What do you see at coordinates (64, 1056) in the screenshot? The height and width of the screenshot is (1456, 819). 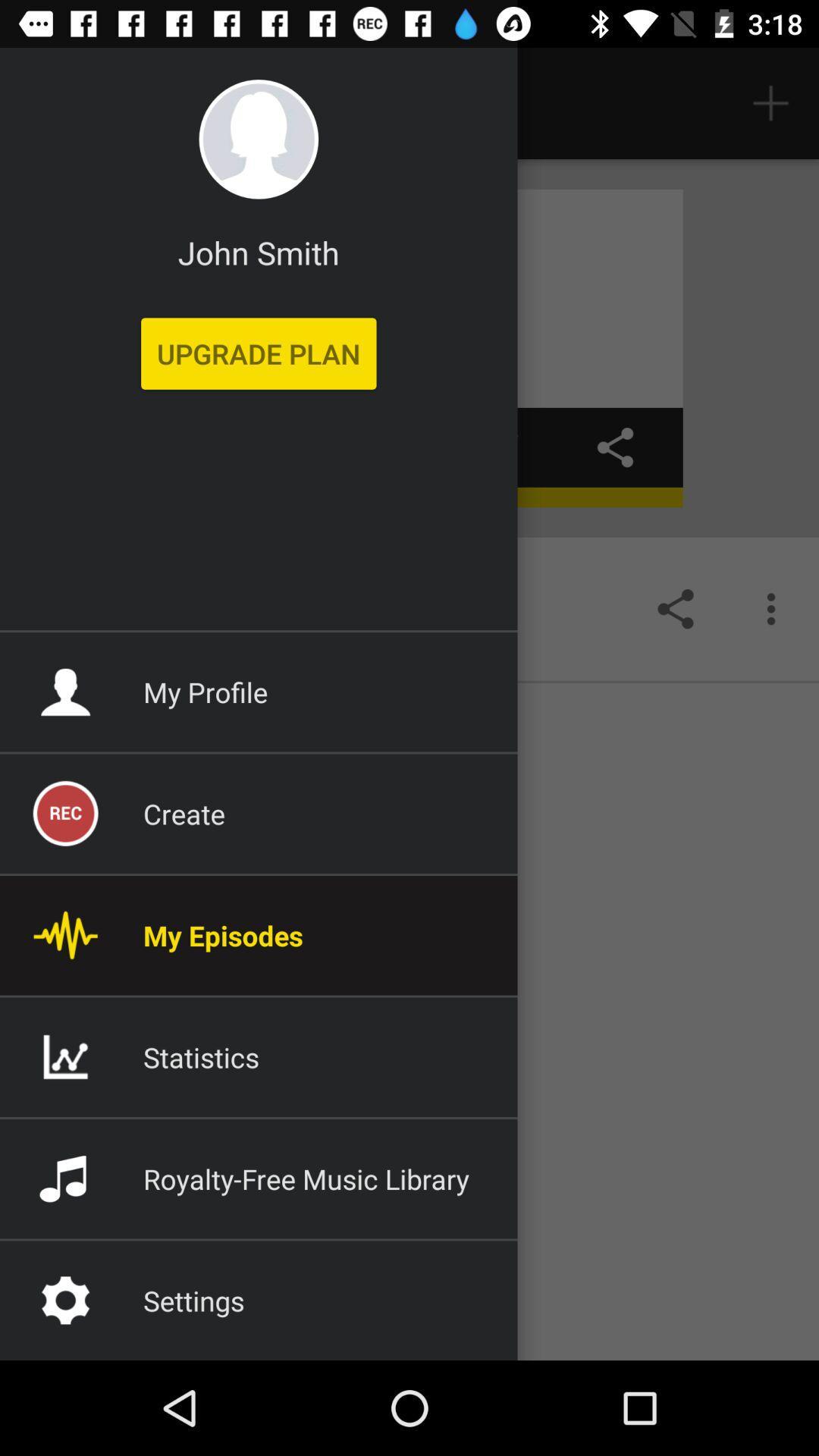 I see `the icon which to the left side of statistics option` at bounding box center [64, 1056].